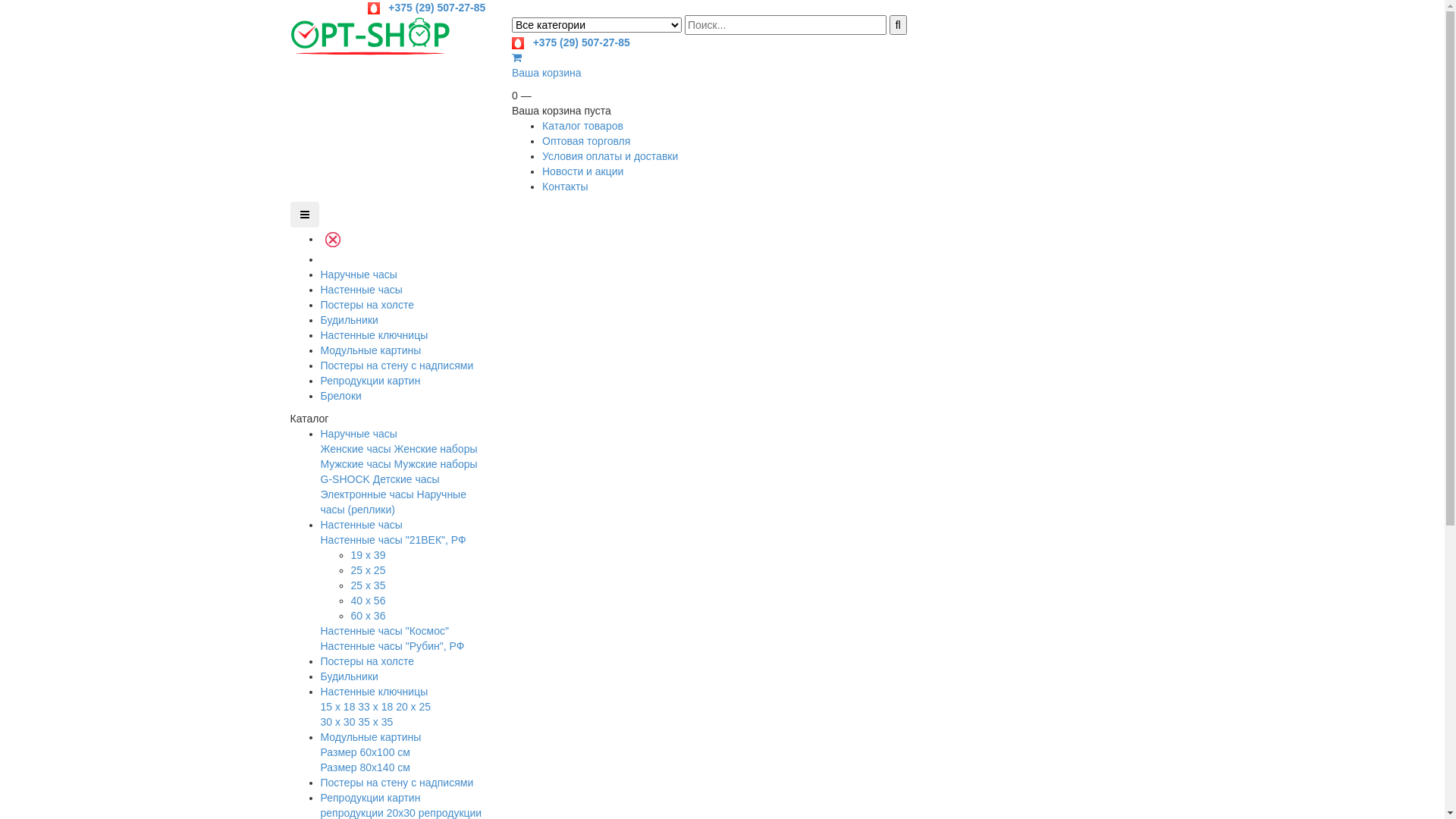 Image resolution: width=1456 pixels, height=819 pixels. Describe the element at coordinates (367, 584) in the screenshot. I see `'25 x 35'` at that location.